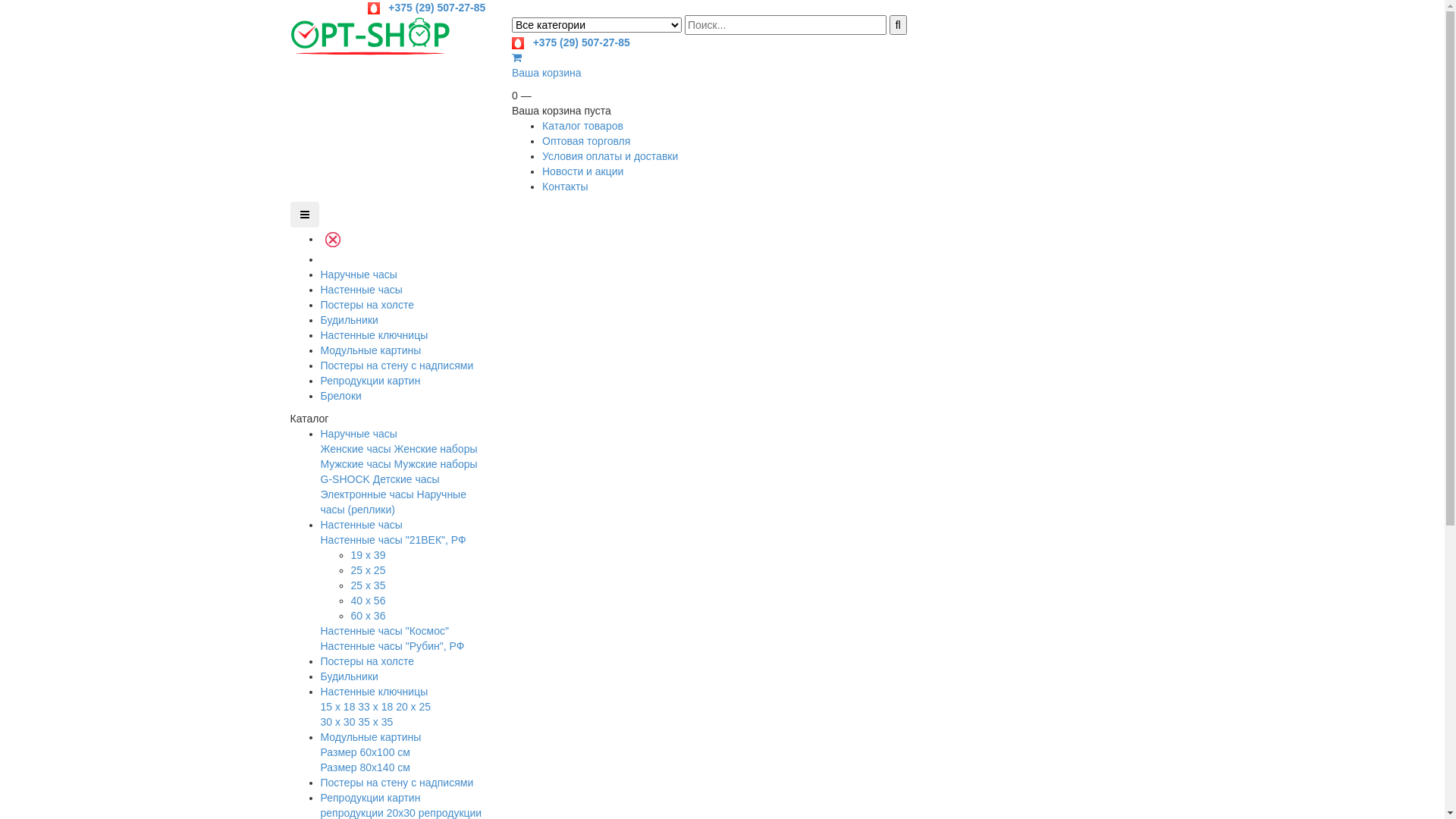 Image resolution: width=1456 pixels, height=819 pixels. Describe the element at coordinates (367, 584) in the screenshot. I see `'25 x 35'` at that location.